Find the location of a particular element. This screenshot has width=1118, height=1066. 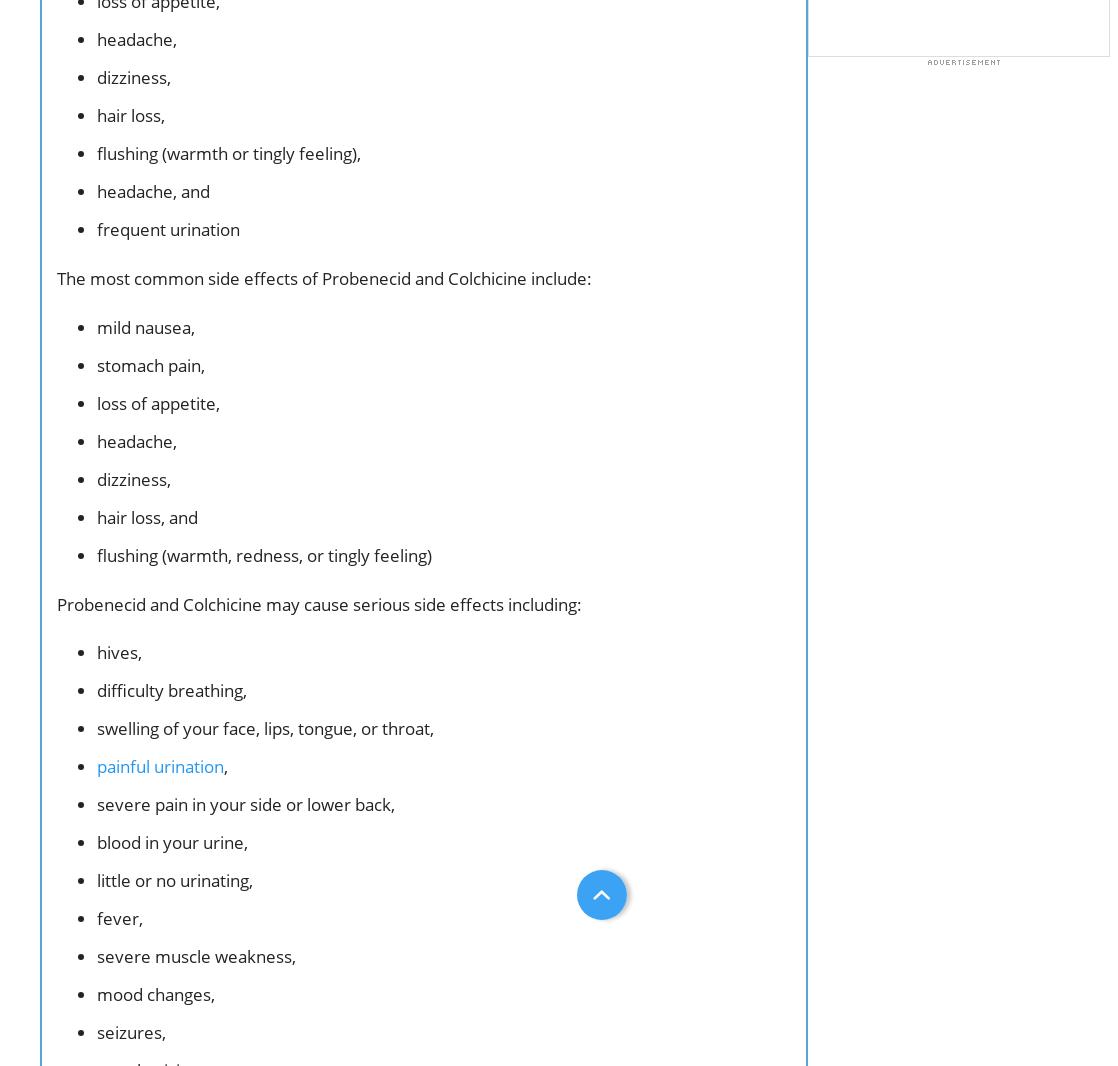

'hives,' is located at coordinates (119, 651).